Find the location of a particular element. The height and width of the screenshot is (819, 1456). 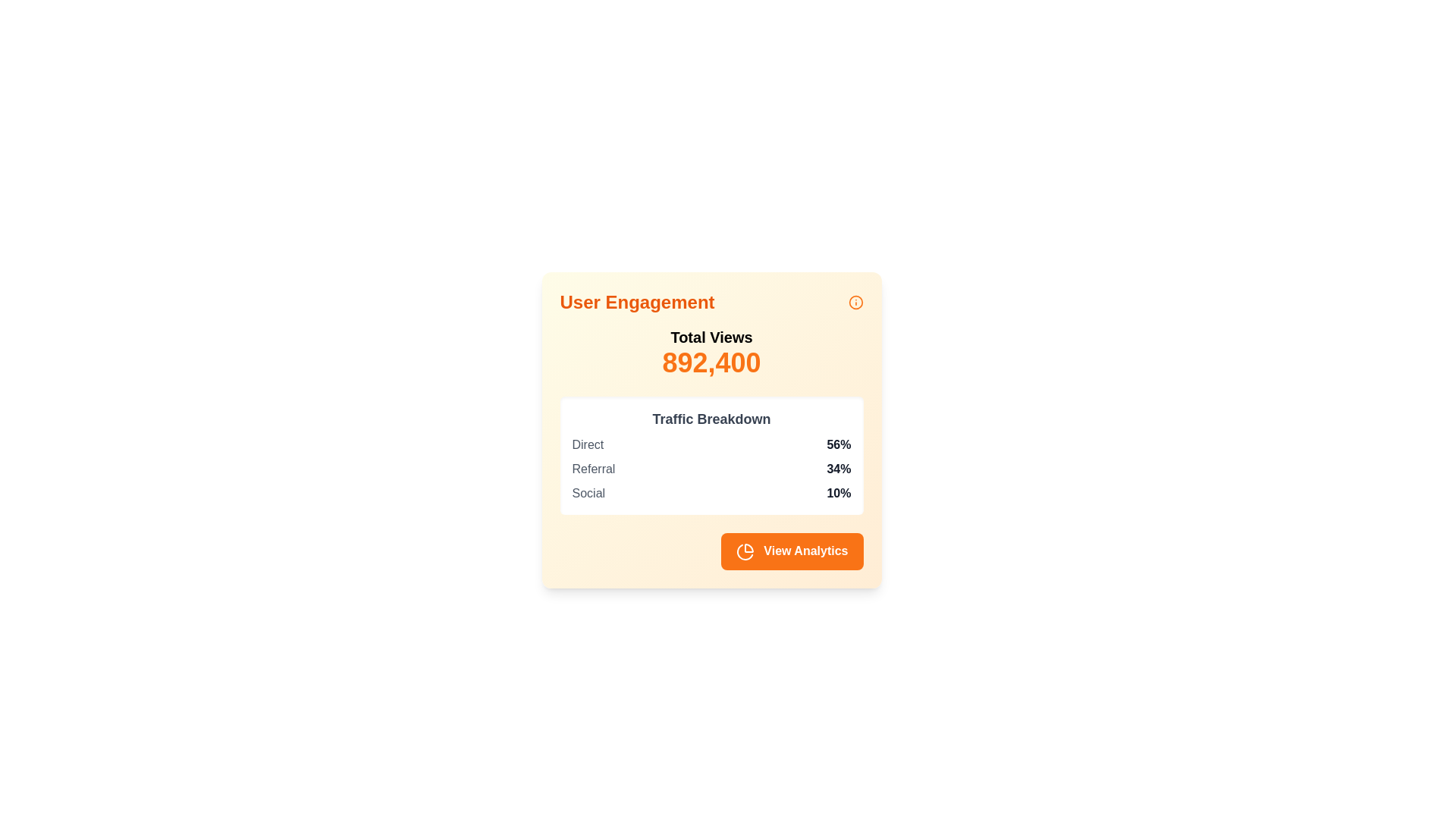

information displayed in the Statistics Panel titled 'Traffic Breakdown', which includes categories and their corresponding percentages: 'Direct 56%', 'Referral 34%', and 'Social 10%.' is located at coordinates (711, 455).